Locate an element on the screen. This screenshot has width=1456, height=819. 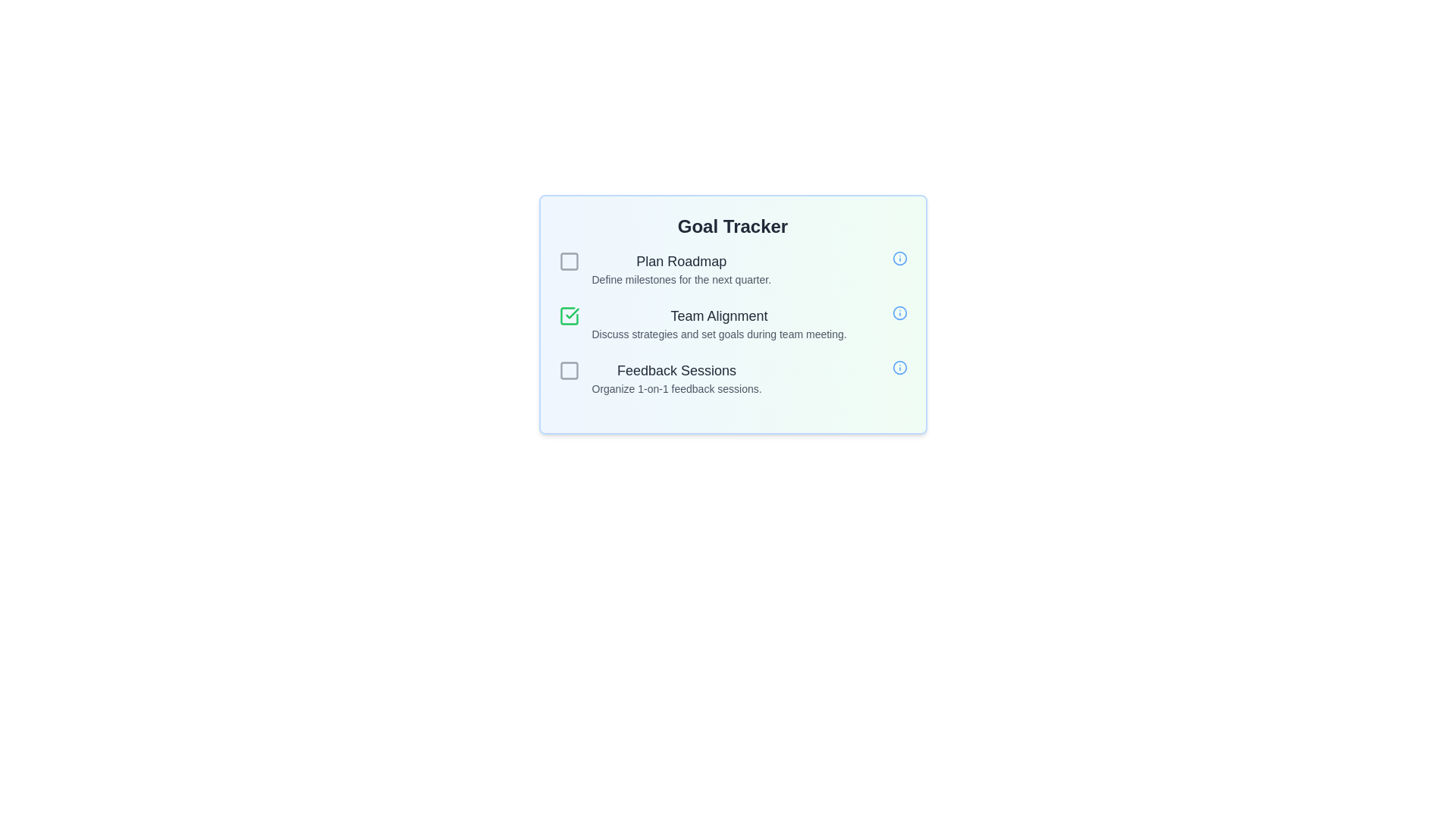
the third circular informational icon located to the right of the 'Feedback Sessions' title and description text is located at coordinates (899, 368).